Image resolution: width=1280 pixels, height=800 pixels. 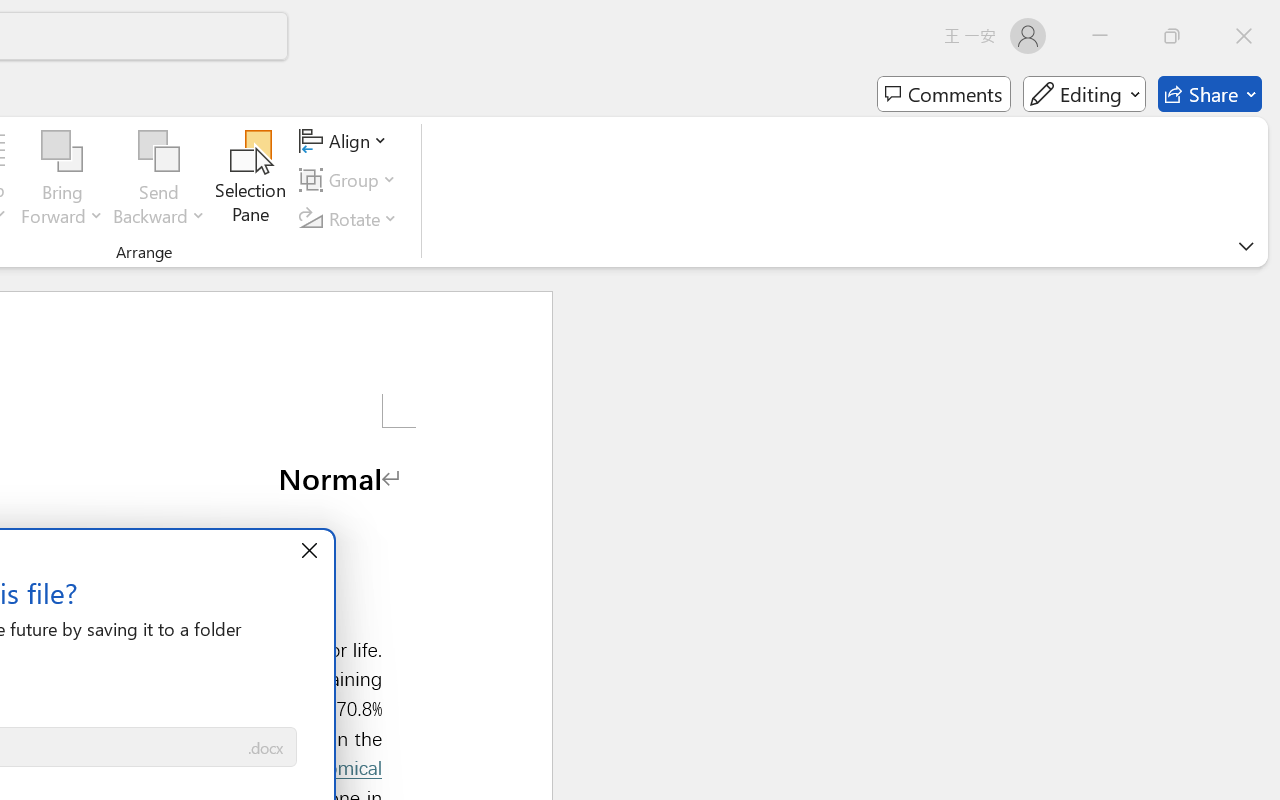 What do you see at coordinates (351, 218) in the screenshot?
I see `'Rotate'` at bounding box center [351, 218].